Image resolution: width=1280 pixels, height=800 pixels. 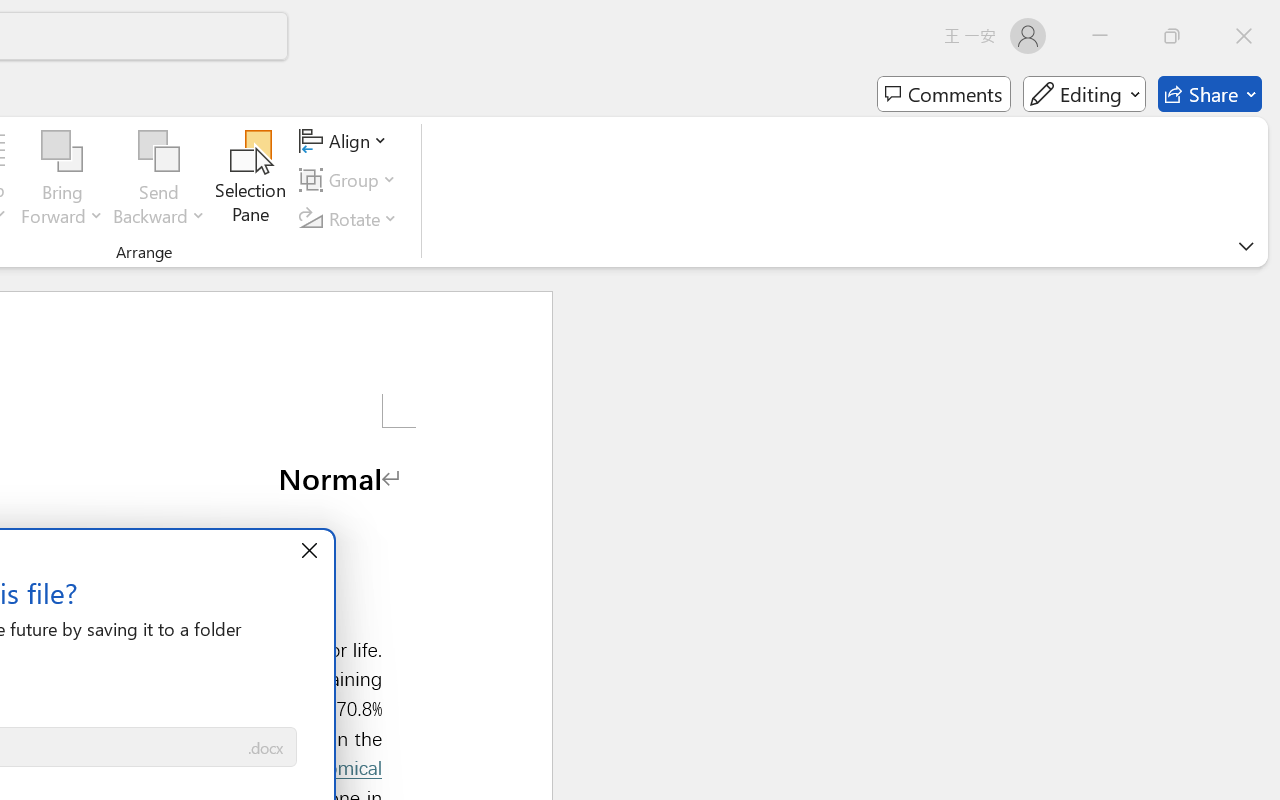 What do you see at coordinates (351, 218) in the screenshot?
I see `'Rotate'` at bounding box center [351, 218].